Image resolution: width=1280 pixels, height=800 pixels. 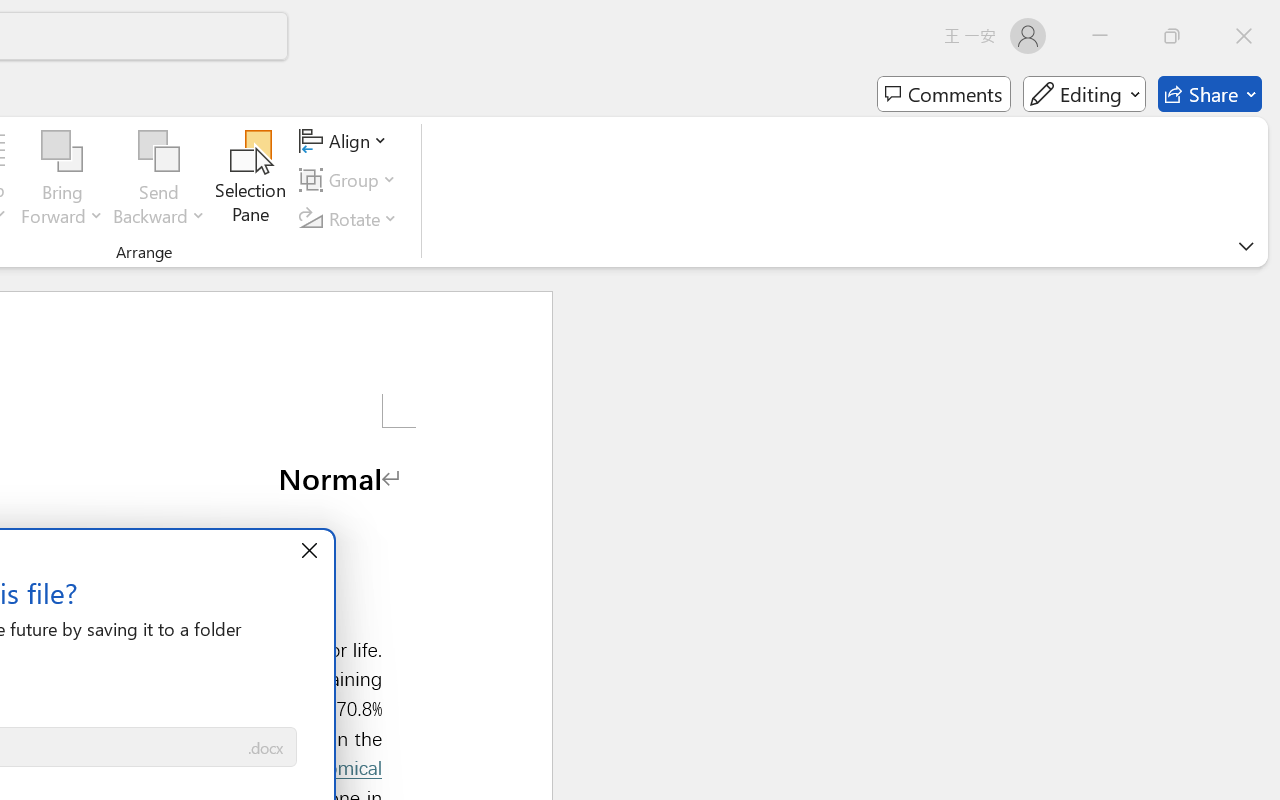 What do you see at coordinates (351, 218) in the screenshot?
I see `'Rotate'` at bounding box center [351, 218].